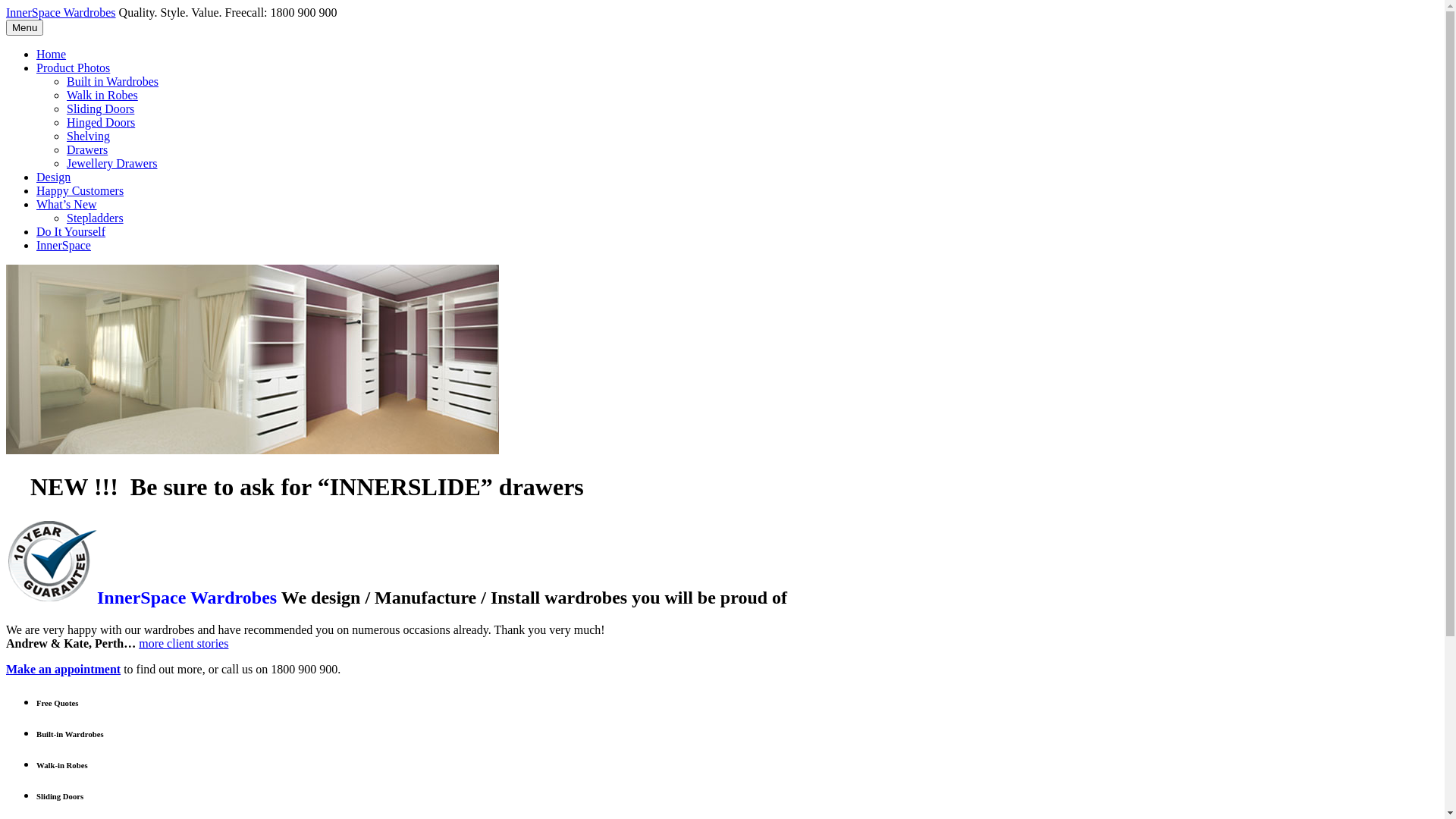 This screenshot has width=1456, height=819. Describe the element at coordinates (36, 231) in the screenshot. I see `'Do It Yourself'` at that location.